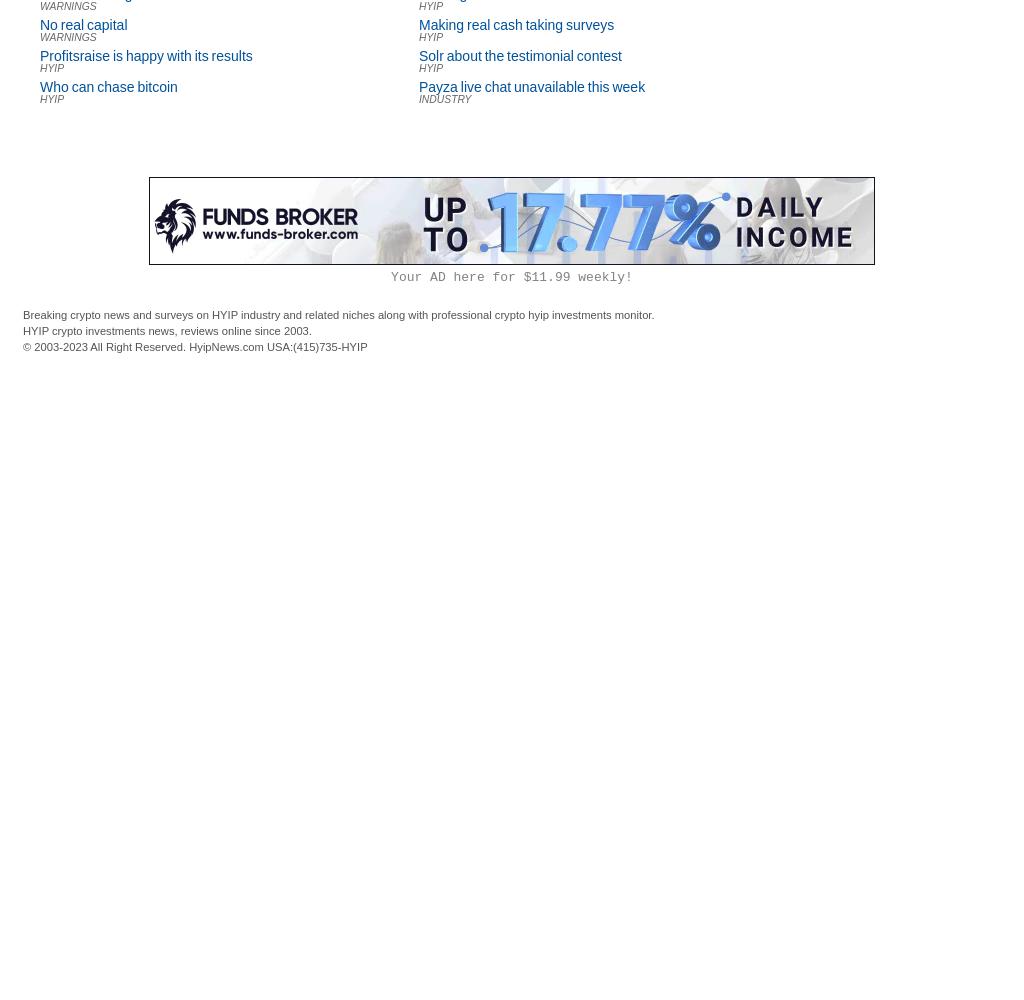 Image resolution: width=1024 pixels, height=1000 pixels. Describe the element at coordinates (166, 329) in the screenshot. I see `'HYIP crypto investments news, reviews online since 2003.'` at that location.